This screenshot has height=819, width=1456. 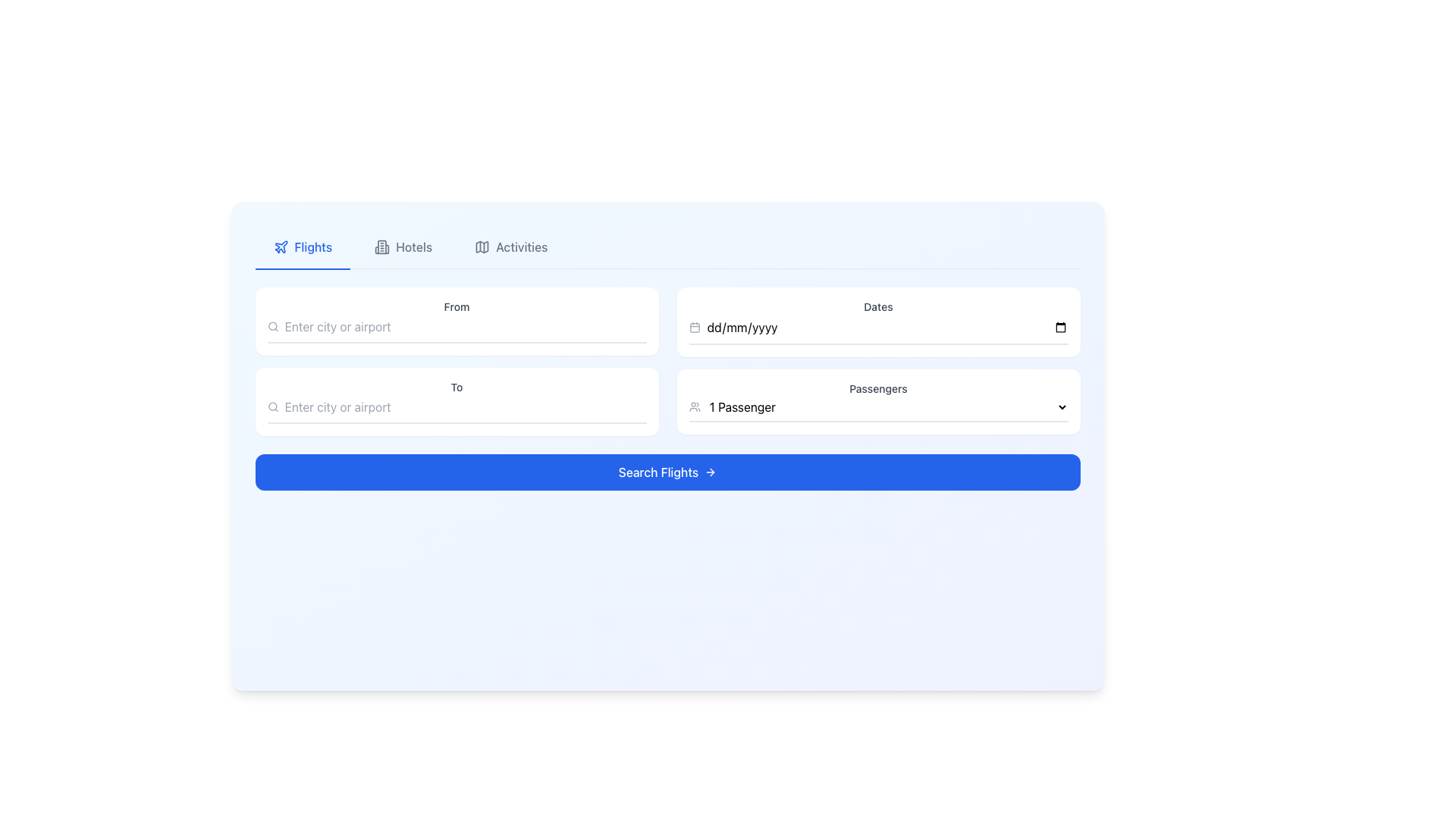 I want to click on the blue button labeled 'Search Flights' that contains the progression/navigation icon, located to the right of the text, so click(x=710, y=472).